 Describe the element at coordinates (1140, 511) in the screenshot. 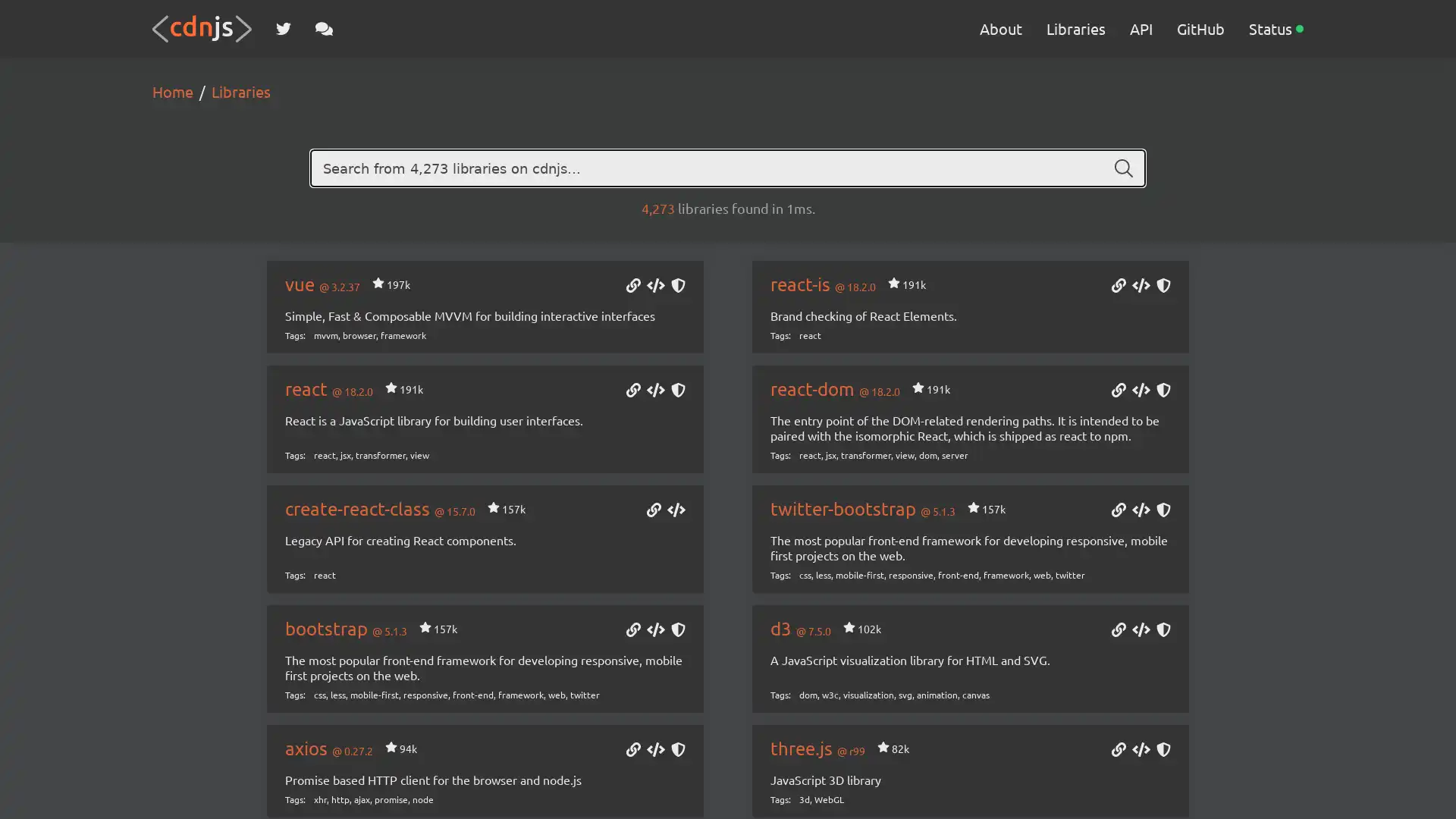

I see `Copy Script Tag` at that location.